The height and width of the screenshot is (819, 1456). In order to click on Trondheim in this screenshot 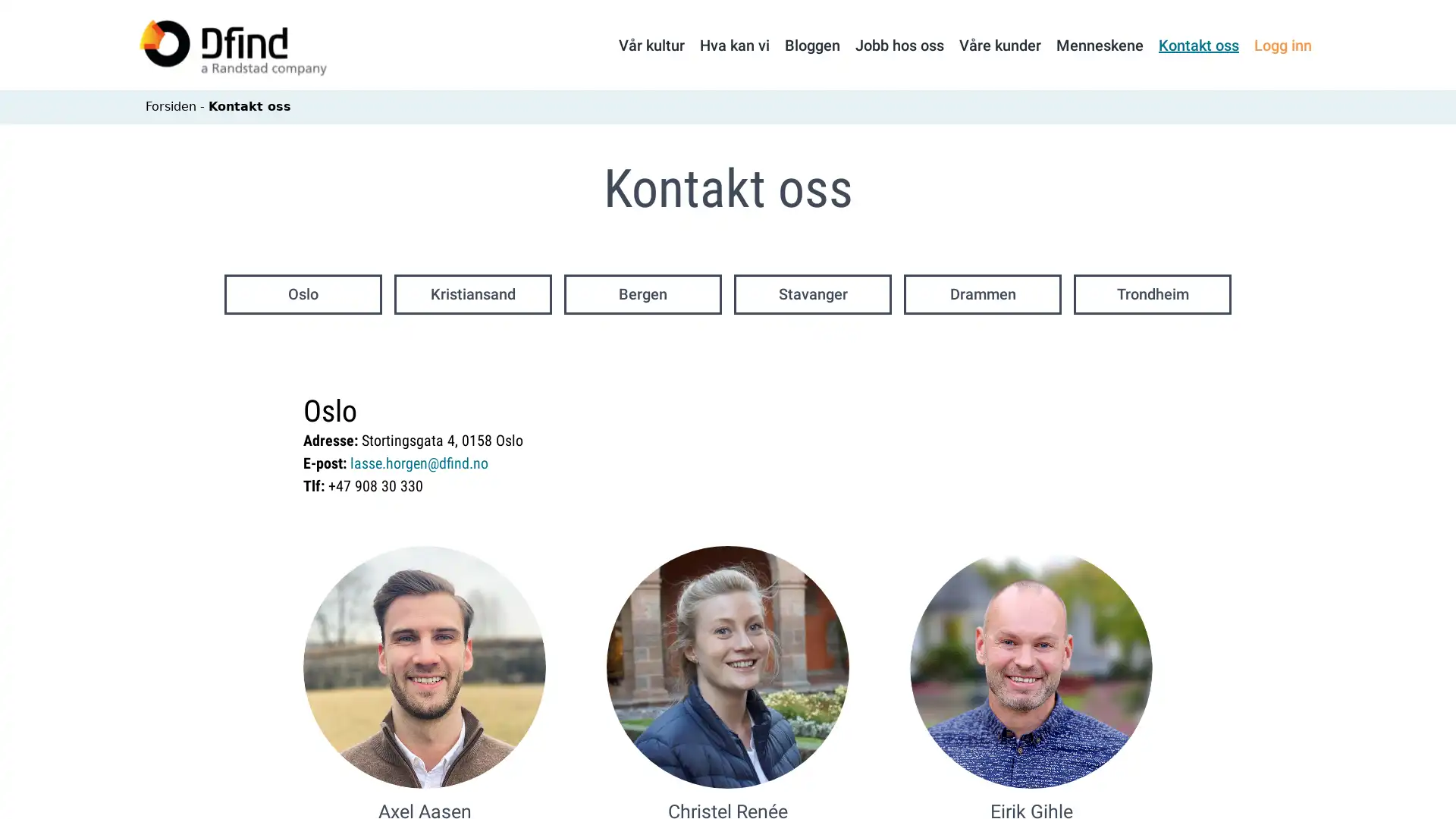, I will do `click(1153, 294)`.